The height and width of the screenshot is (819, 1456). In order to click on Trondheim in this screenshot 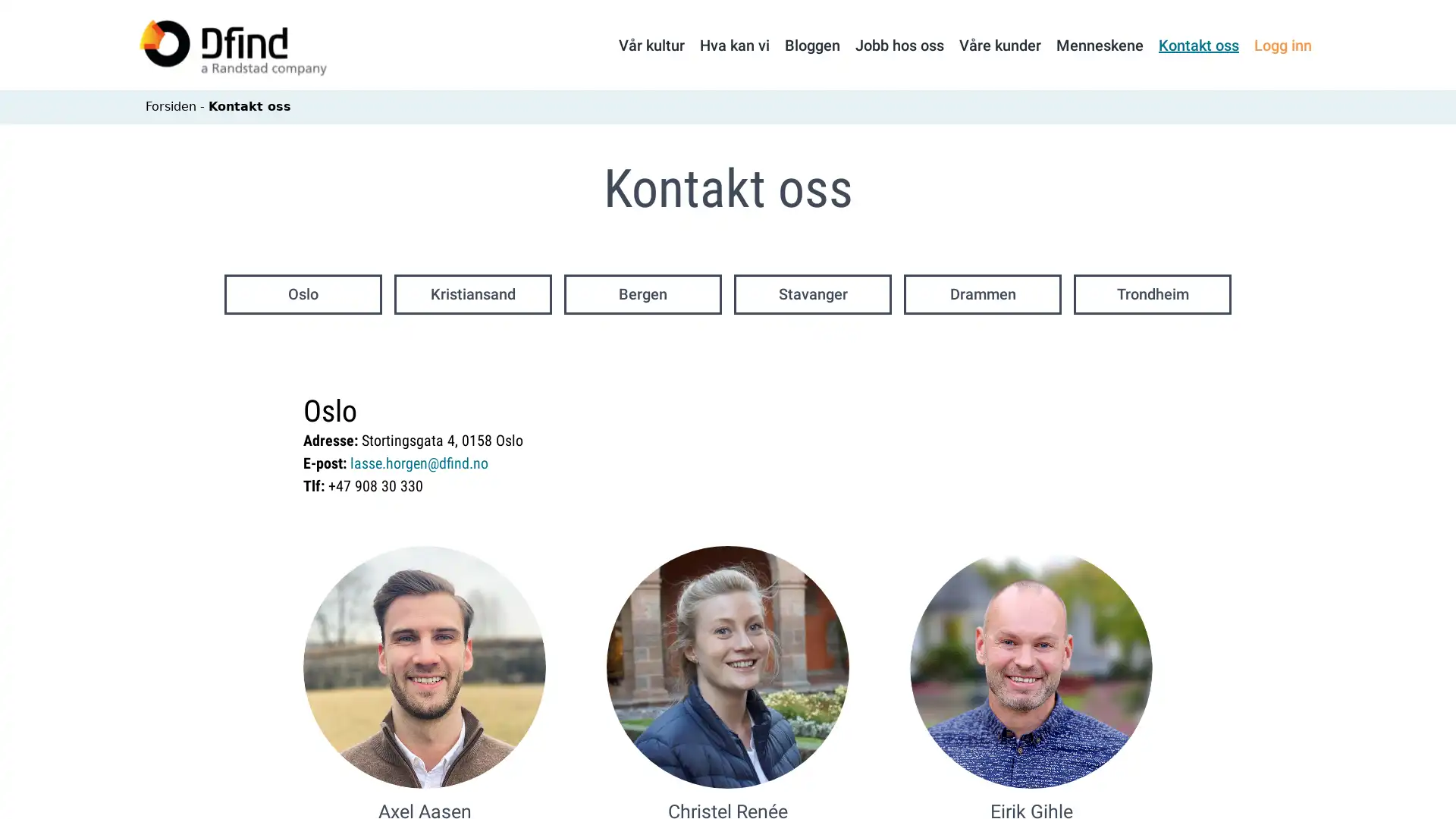, I will do `click(1153, 294)`.